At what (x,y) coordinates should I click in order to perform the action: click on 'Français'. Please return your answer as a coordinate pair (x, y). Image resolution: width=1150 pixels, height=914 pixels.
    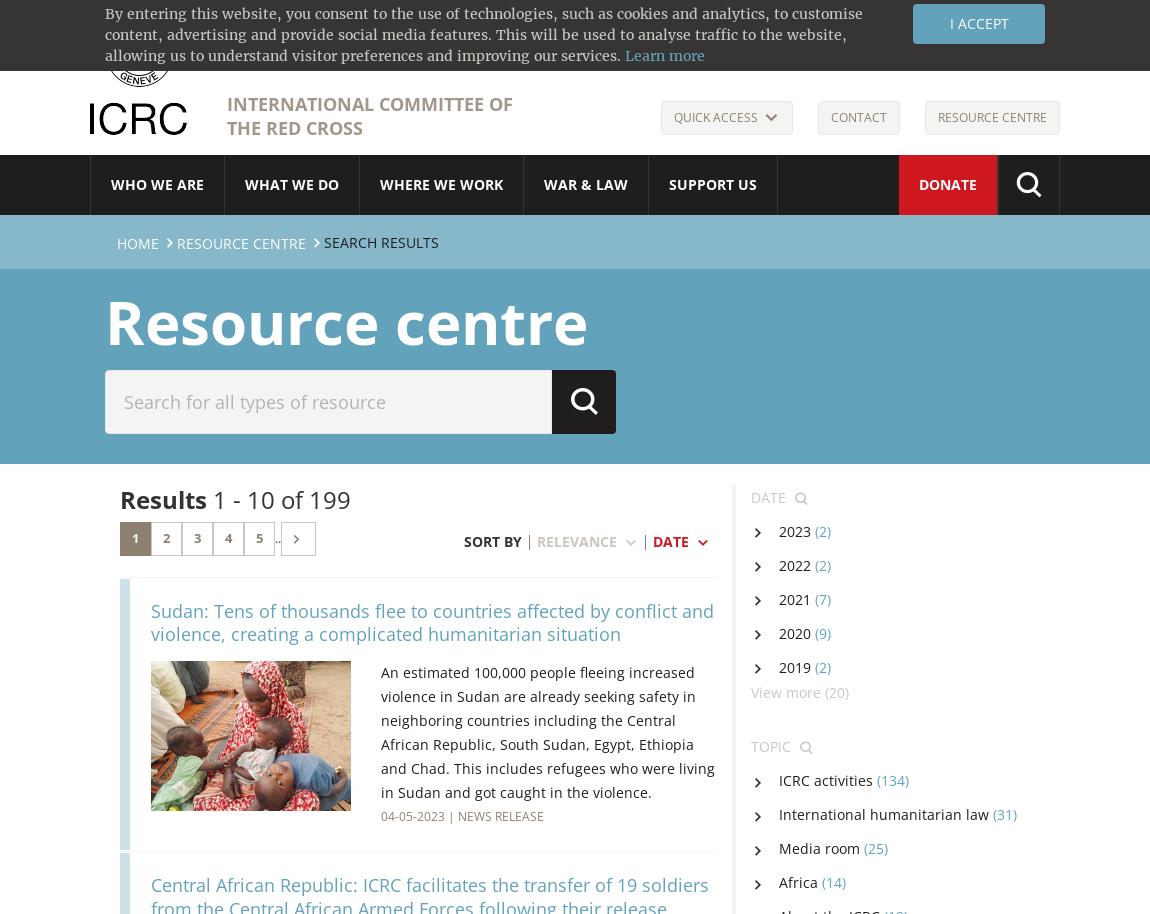
    Looking at the image, I should click on (779, 26).